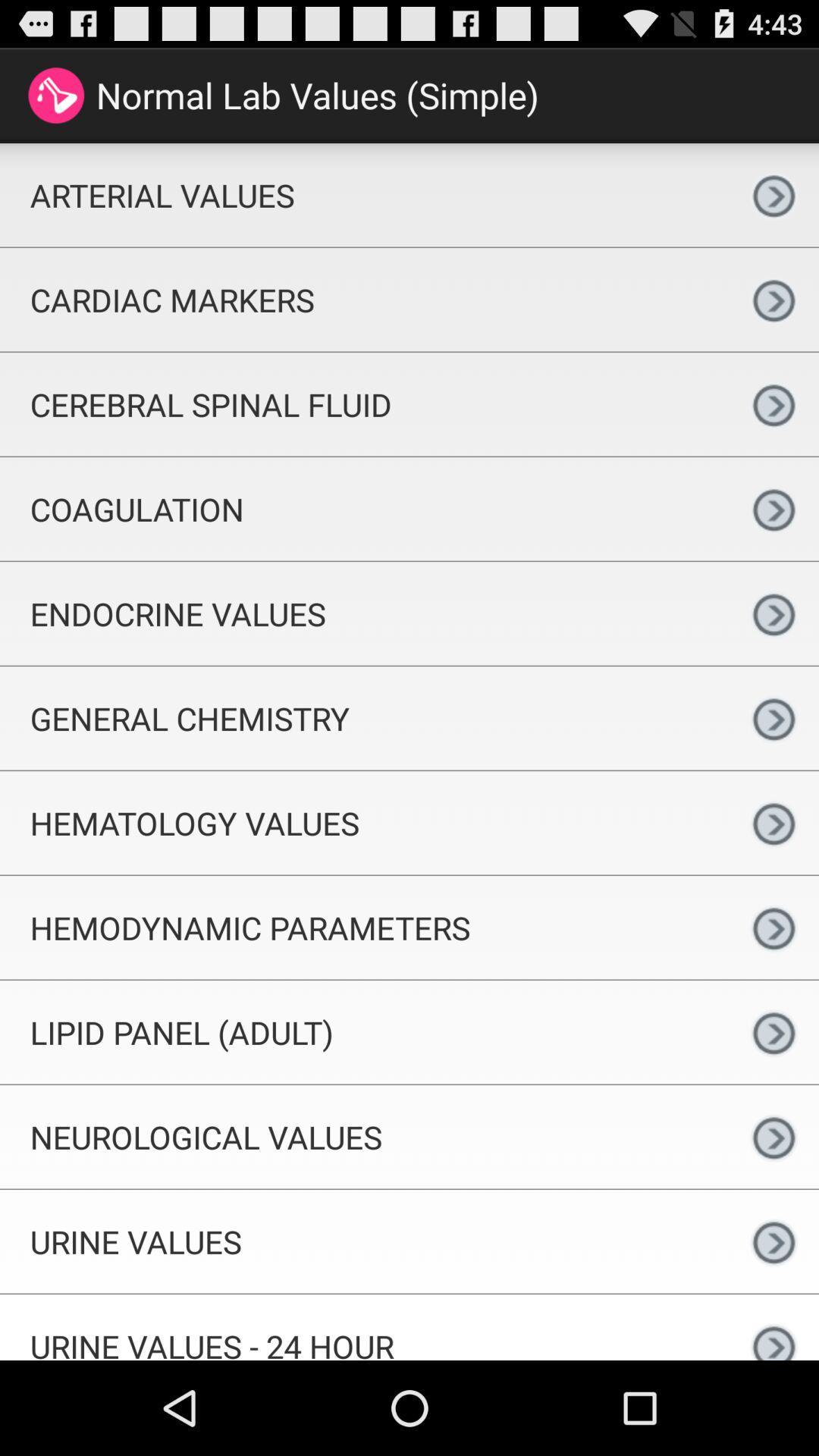  Describe the element at coordinates (364, 613) in the screenshot. I see `the item below coagulation` at that location.